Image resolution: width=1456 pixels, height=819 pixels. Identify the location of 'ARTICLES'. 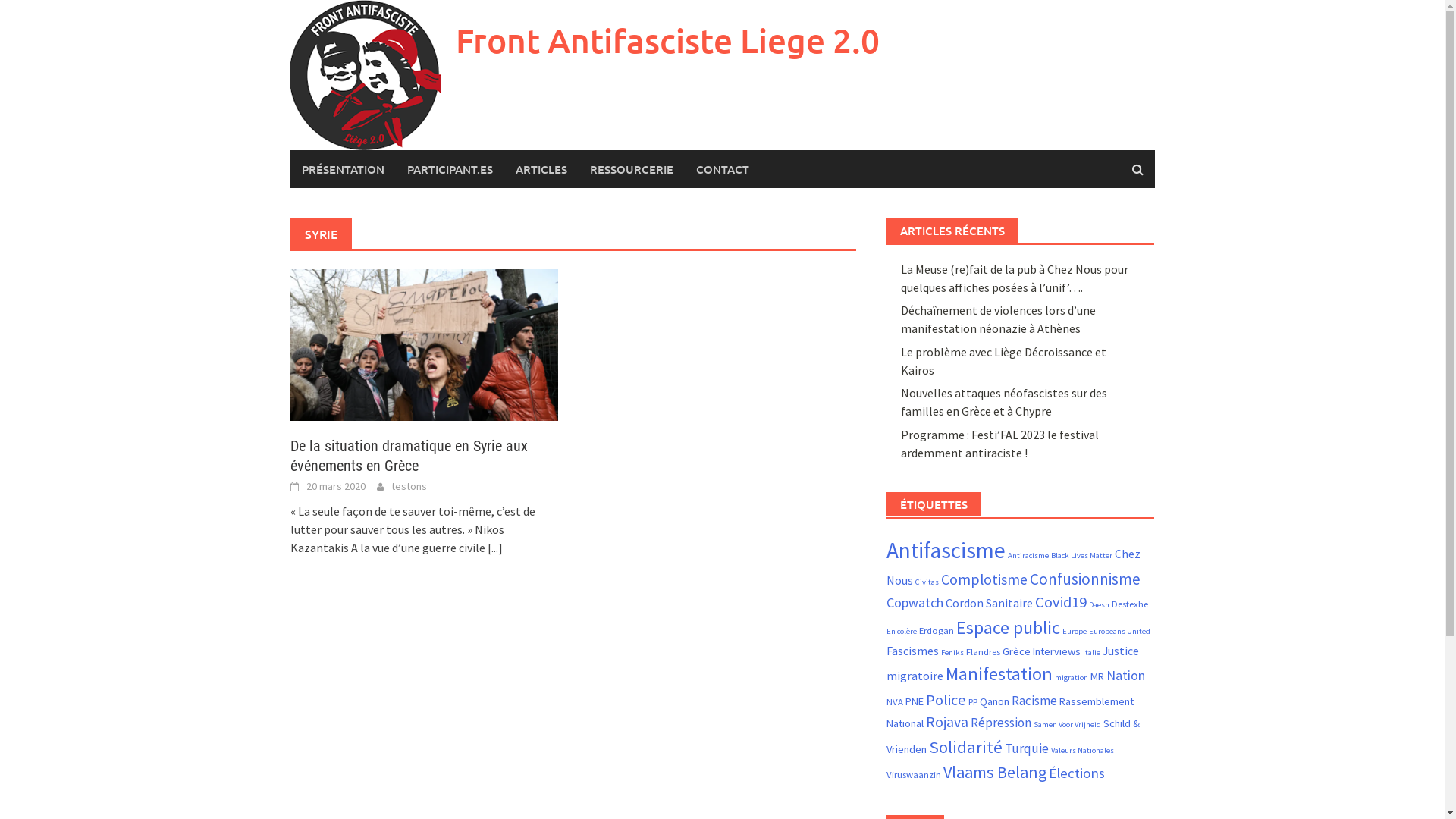
(541, 169).